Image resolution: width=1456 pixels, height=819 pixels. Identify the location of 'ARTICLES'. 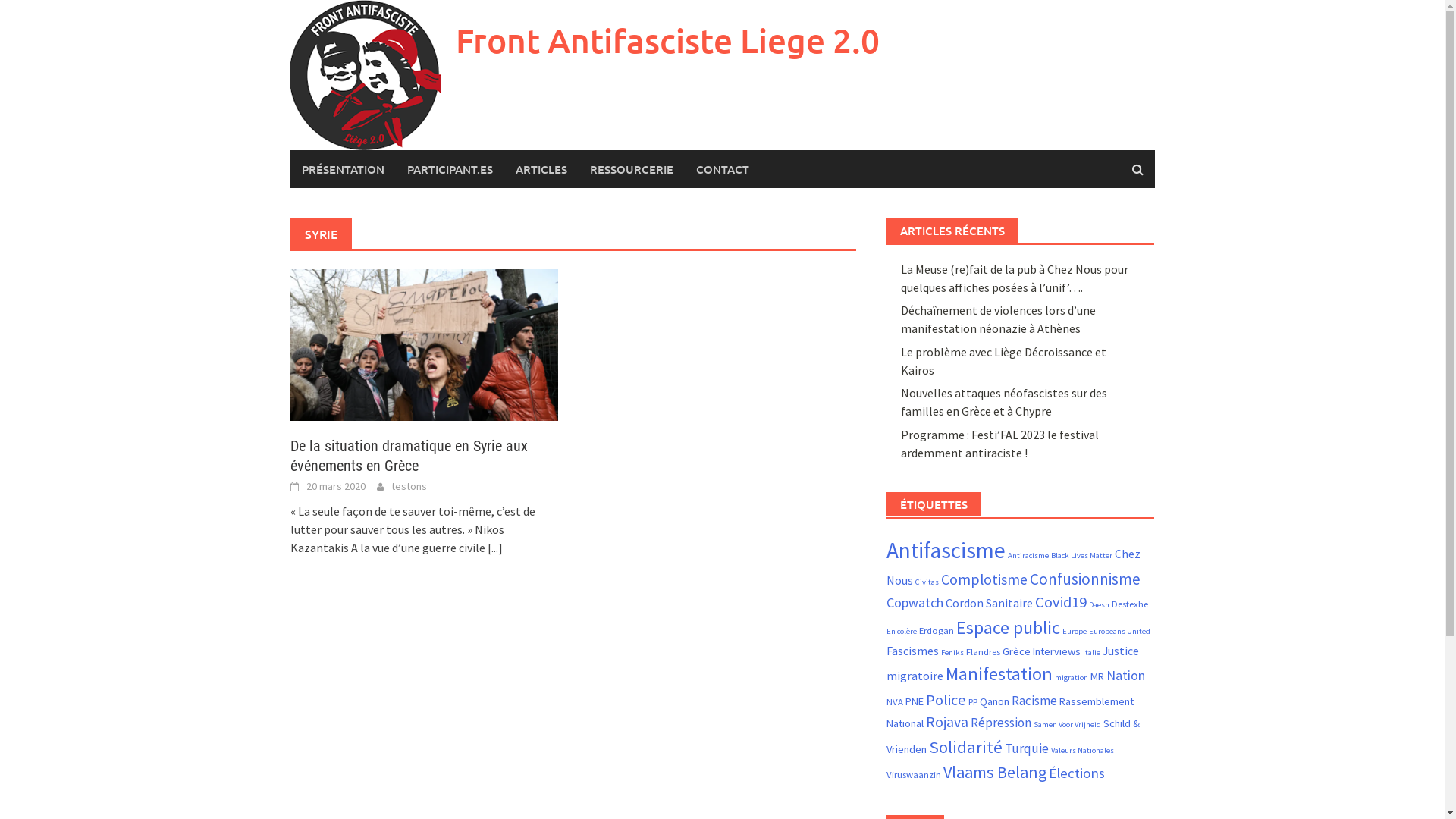
(541, 169).